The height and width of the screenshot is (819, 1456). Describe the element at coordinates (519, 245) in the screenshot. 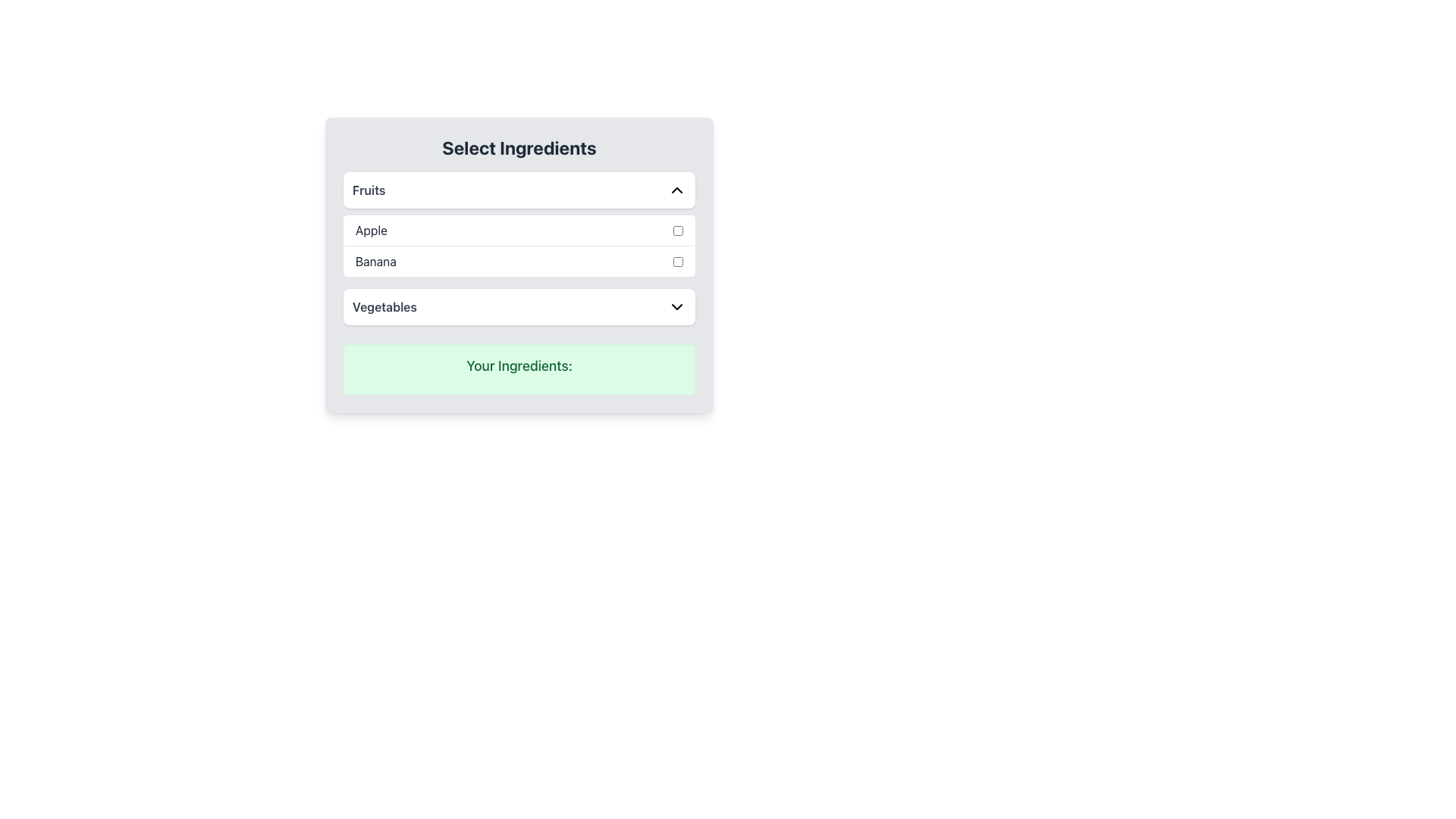

I see `the checkbox associated with 'Apple' in the selectable list under the 'Fruits' section` at that location.